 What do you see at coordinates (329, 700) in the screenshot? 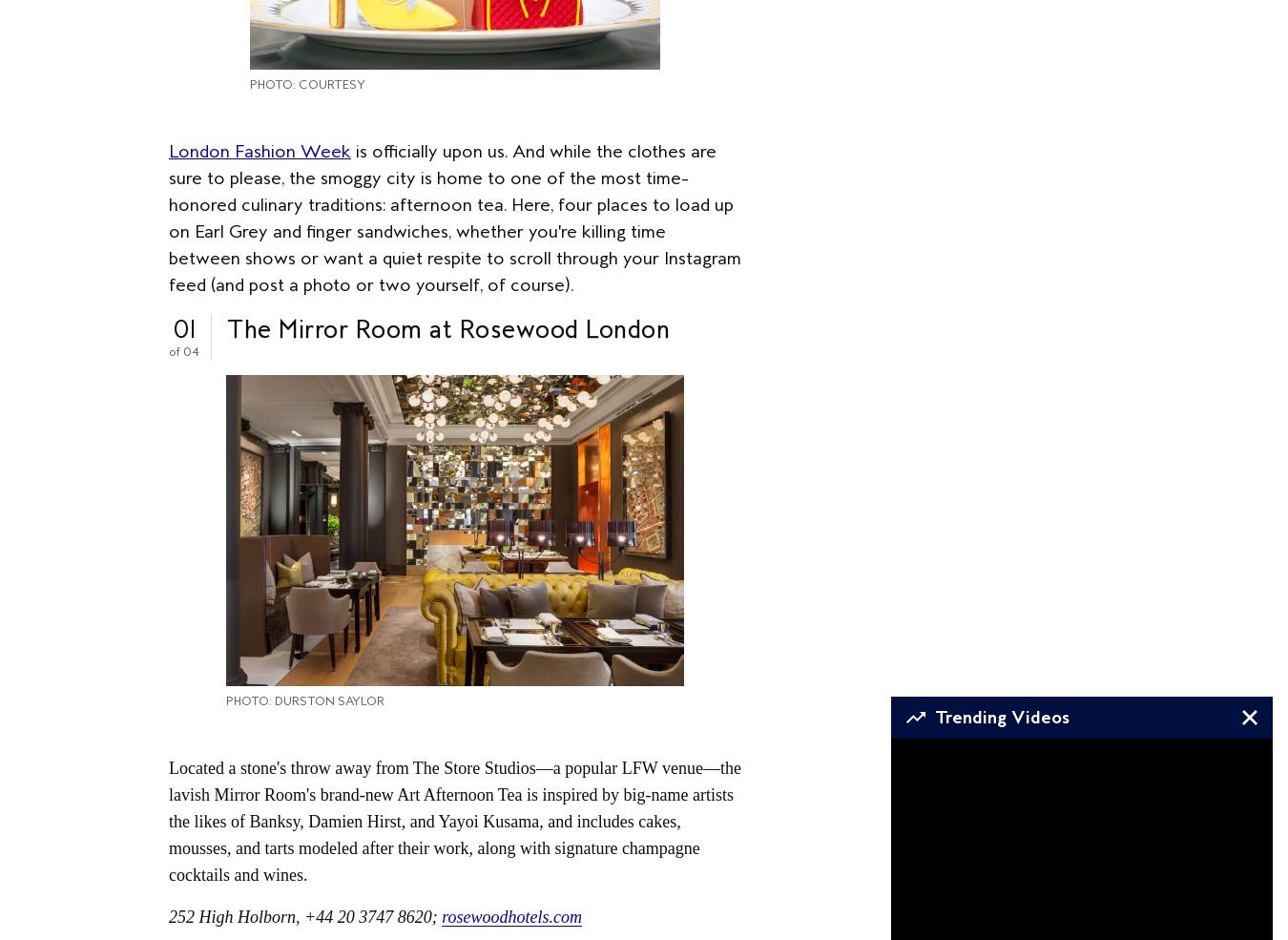
I see `'Durston Saylor'` at bounding box center [329, 700].